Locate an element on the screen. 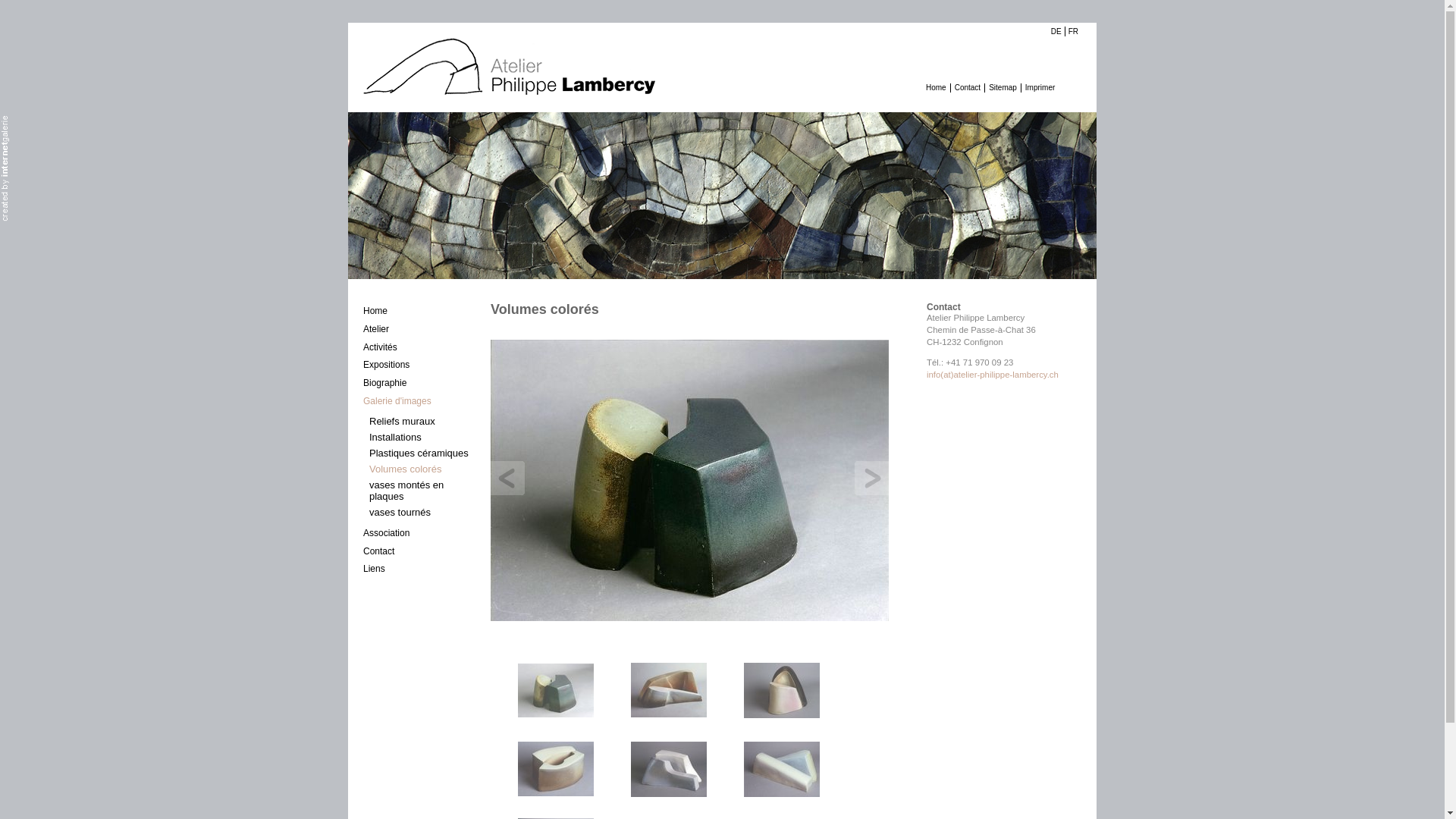 This screenshot has width=1456, height=819. 'Imprimer' is located at coordinates (1039, 87).